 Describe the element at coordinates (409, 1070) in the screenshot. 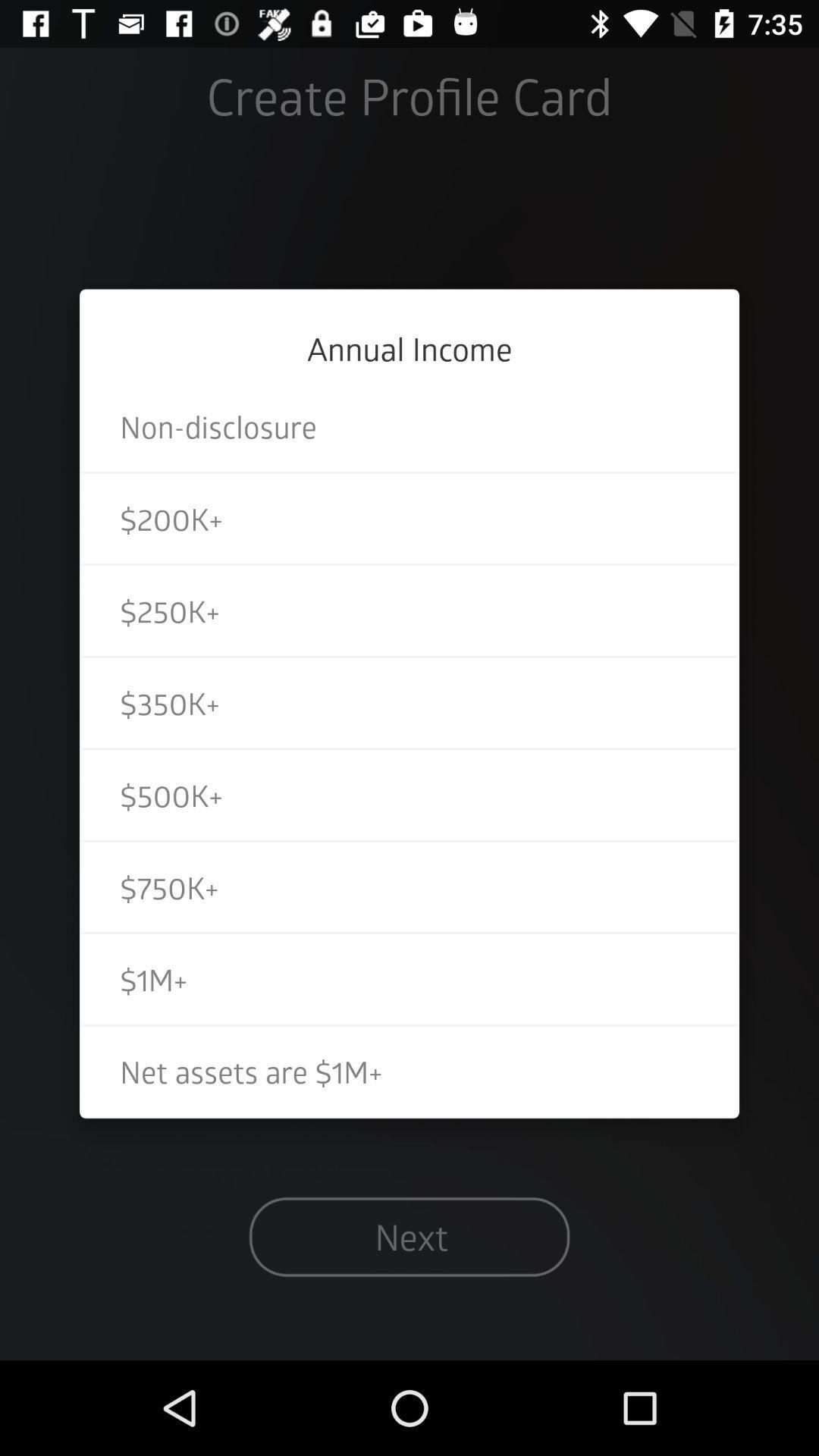

I see `icon below the $1m+ item` at that location.